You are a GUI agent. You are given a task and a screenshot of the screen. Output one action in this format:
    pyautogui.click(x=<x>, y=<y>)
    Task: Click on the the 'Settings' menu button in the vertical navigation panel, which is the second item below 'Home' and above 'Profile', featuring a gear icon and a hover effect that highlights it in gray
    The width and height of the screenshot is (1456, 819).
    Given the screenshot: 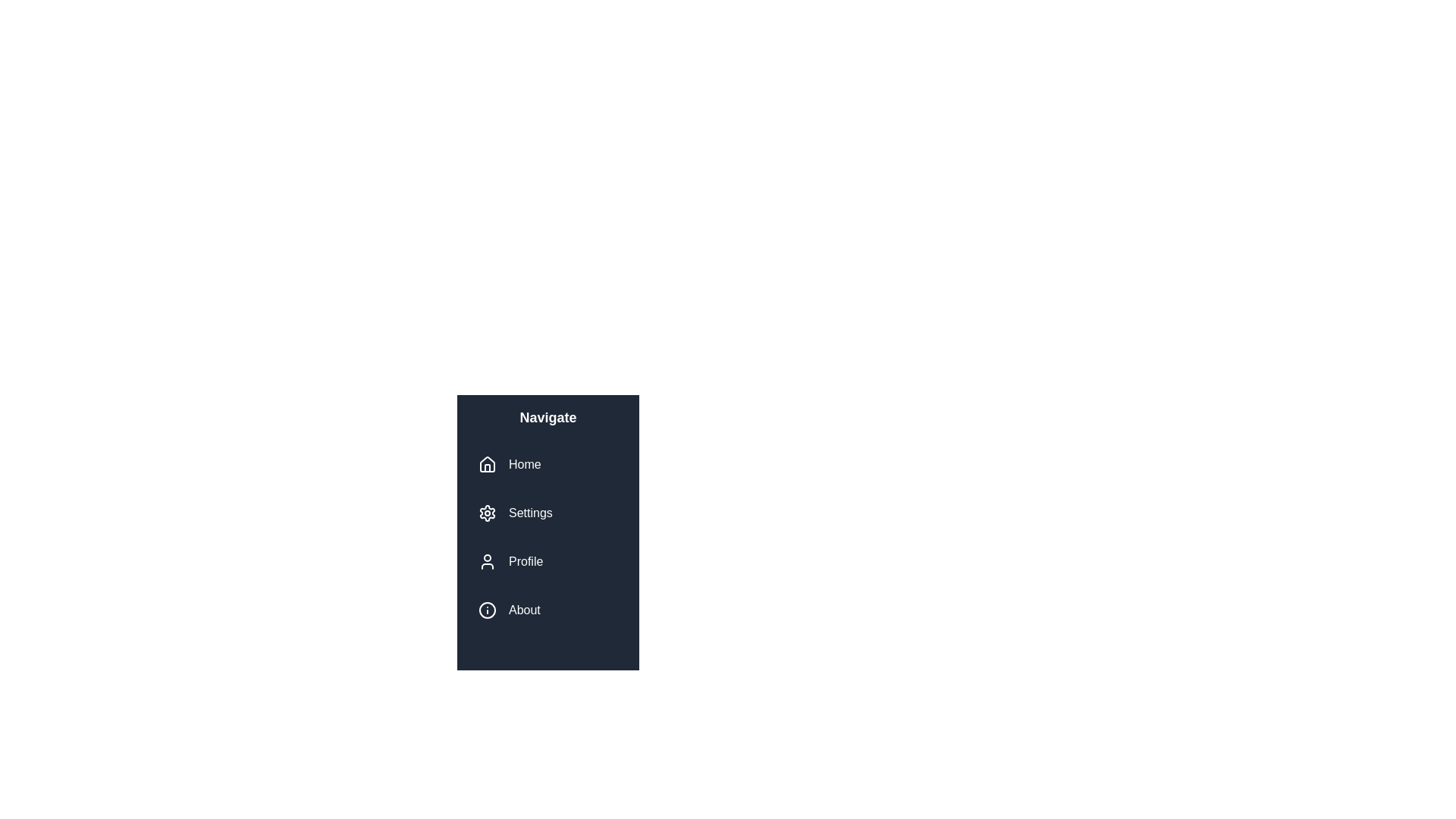 What is the action you would take?
    pyautogui.click(x=548, y=513)
    